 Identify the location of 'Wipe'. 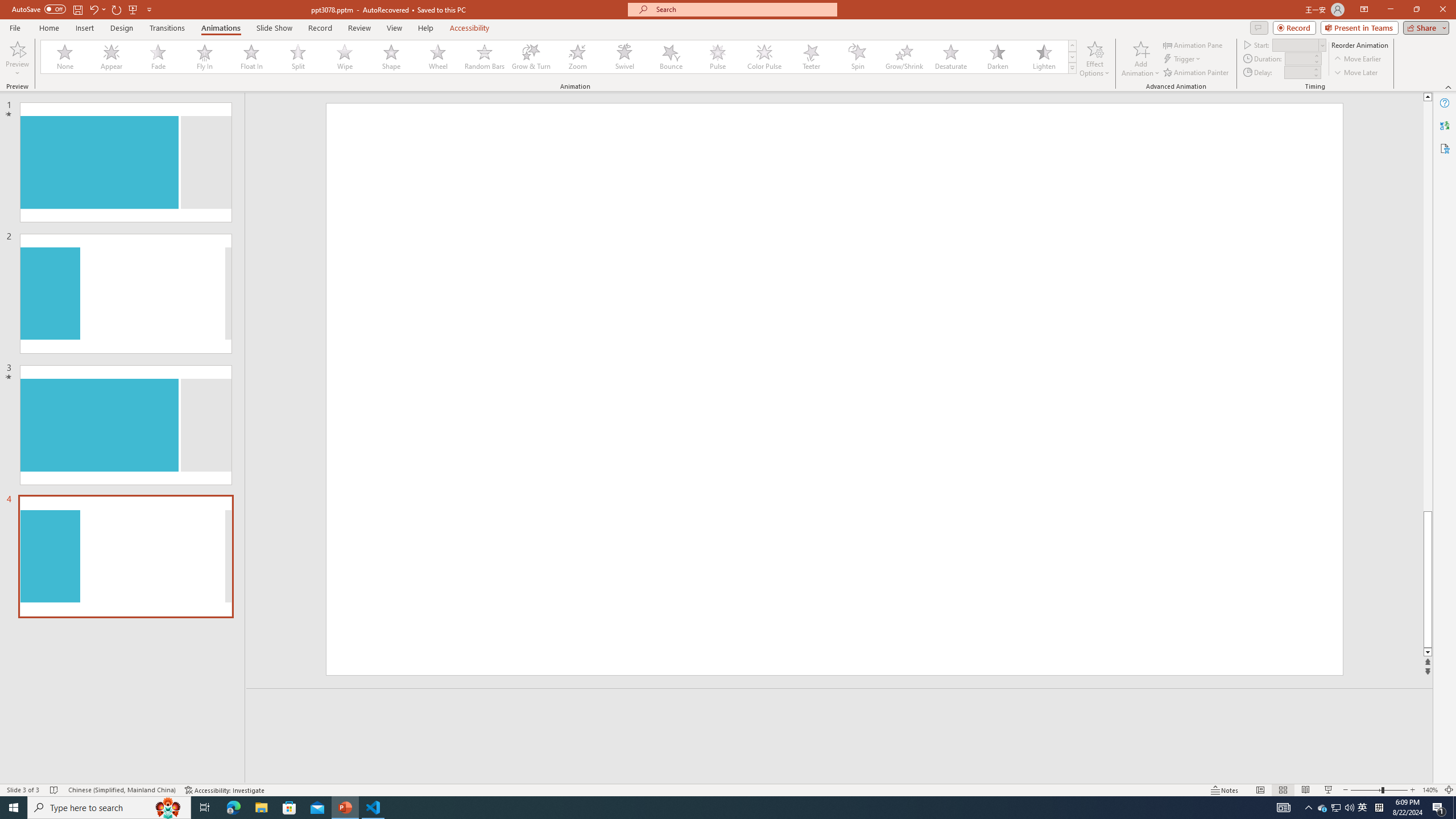
(345, 56).